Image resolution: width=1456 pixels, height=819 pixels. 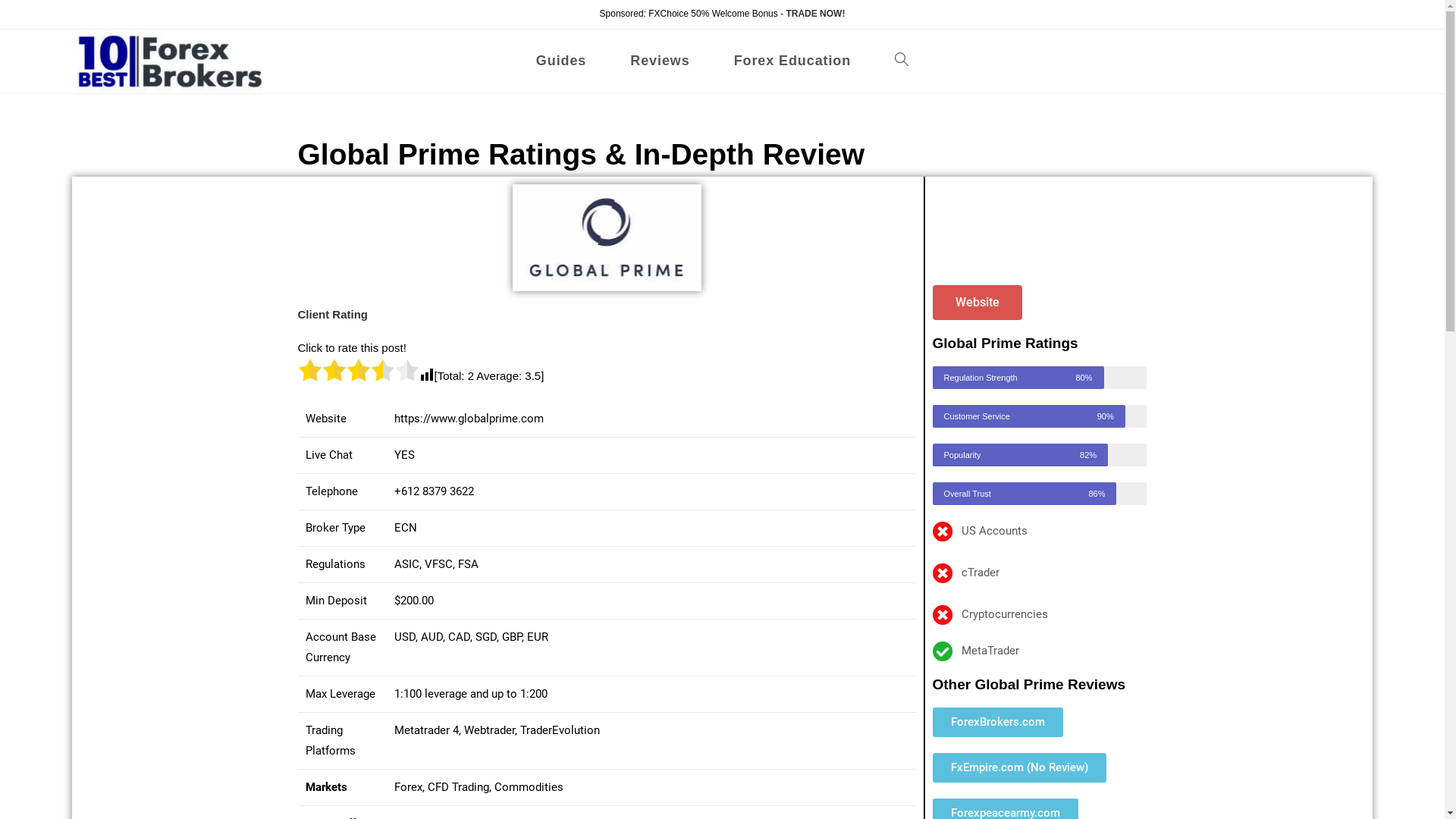 I want to click on 'TRADE NOW!', so click(x=814, y=14).